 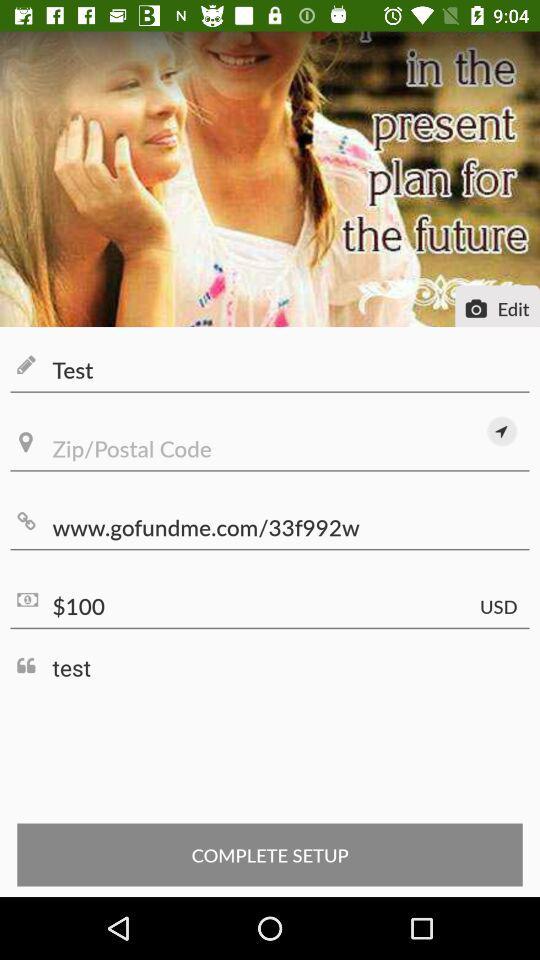 I want to click on the icon below the test item, so click(x=270, y=449).